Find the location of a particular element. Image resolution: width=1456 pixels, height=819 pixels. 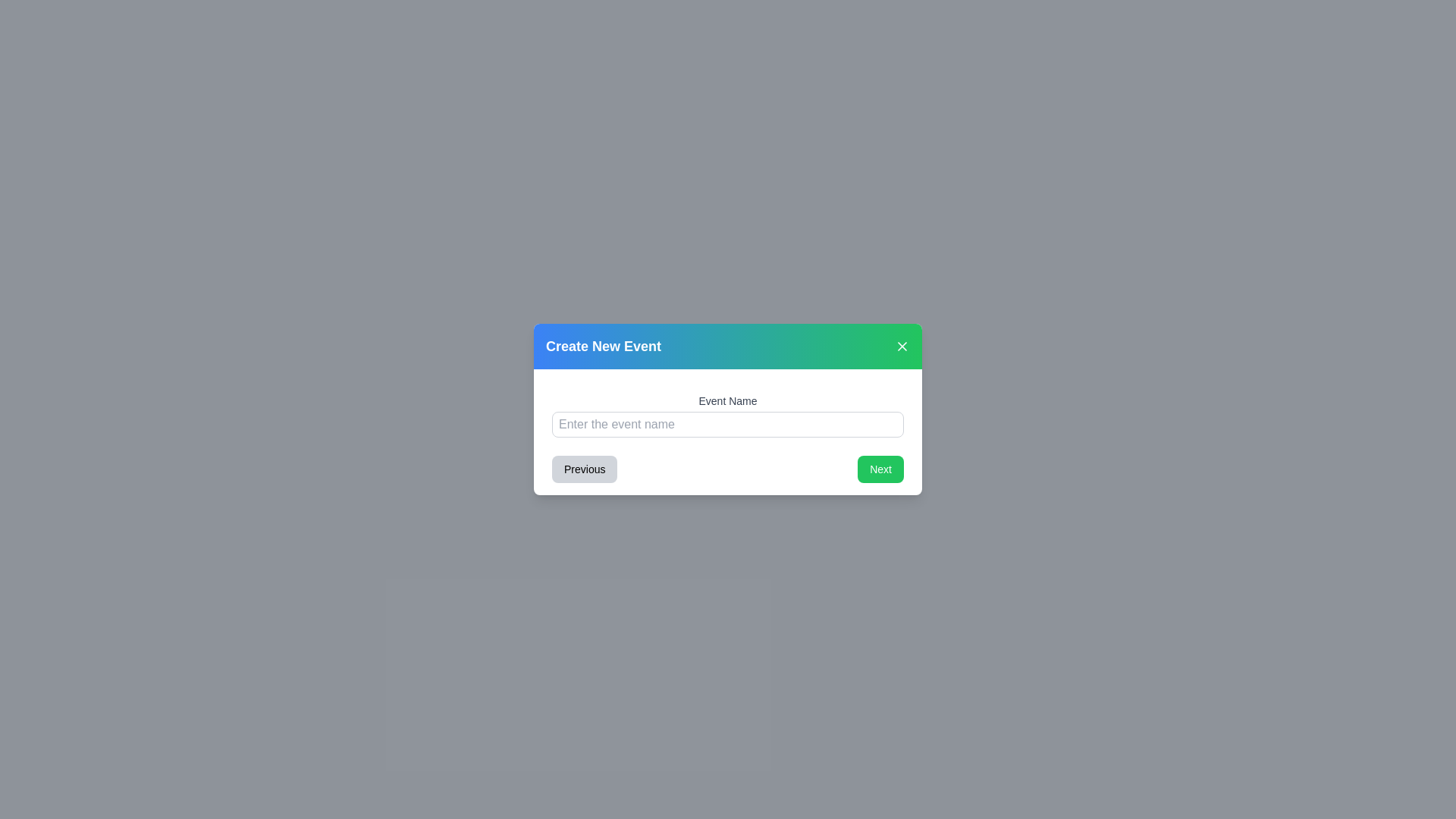

the Close button represented by a cross icon in the top-right corner of the 'Create New Event' modal is located at coordinates (902, 346).